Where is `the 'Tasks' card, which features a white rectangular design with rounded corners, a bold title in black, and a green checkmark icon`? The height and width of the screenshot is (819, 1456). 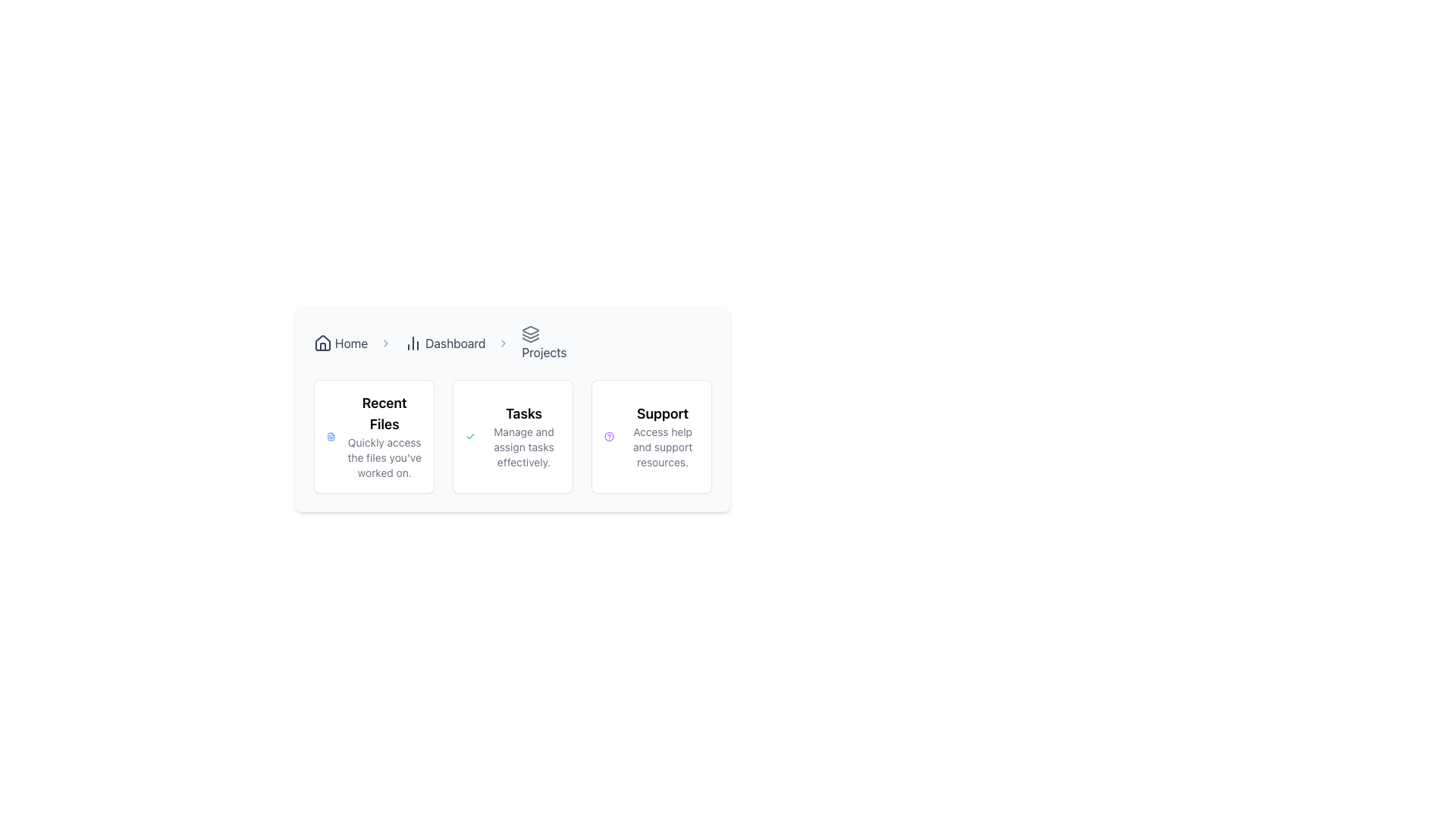
the 'Tasks' card, which features a white rectangular design with rounded corners, a bold title in black, and a green checkmark icon is located at coordinates (513, 436).